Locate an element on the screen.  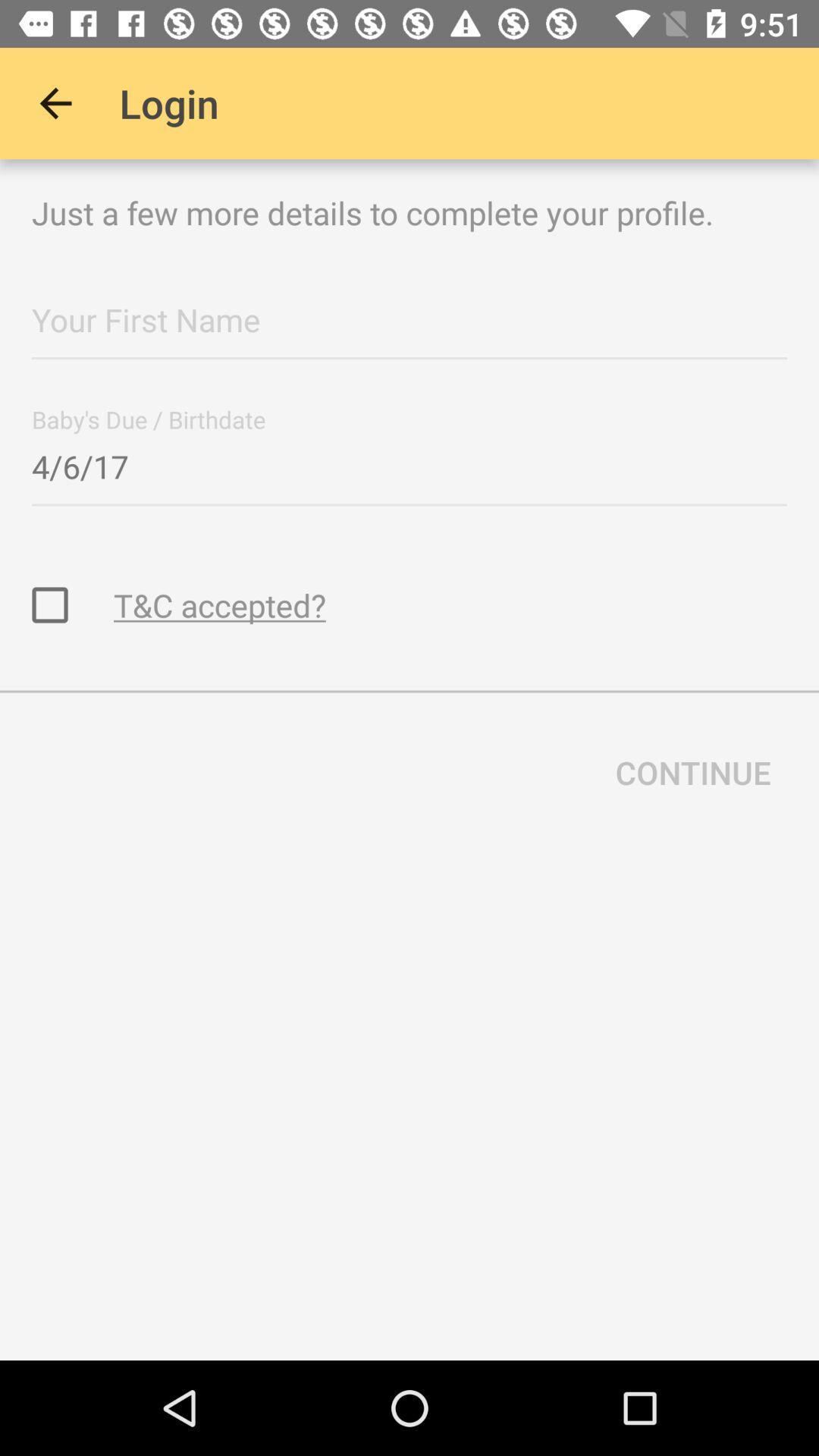
app next to the login is located at coordinates (55, 102).